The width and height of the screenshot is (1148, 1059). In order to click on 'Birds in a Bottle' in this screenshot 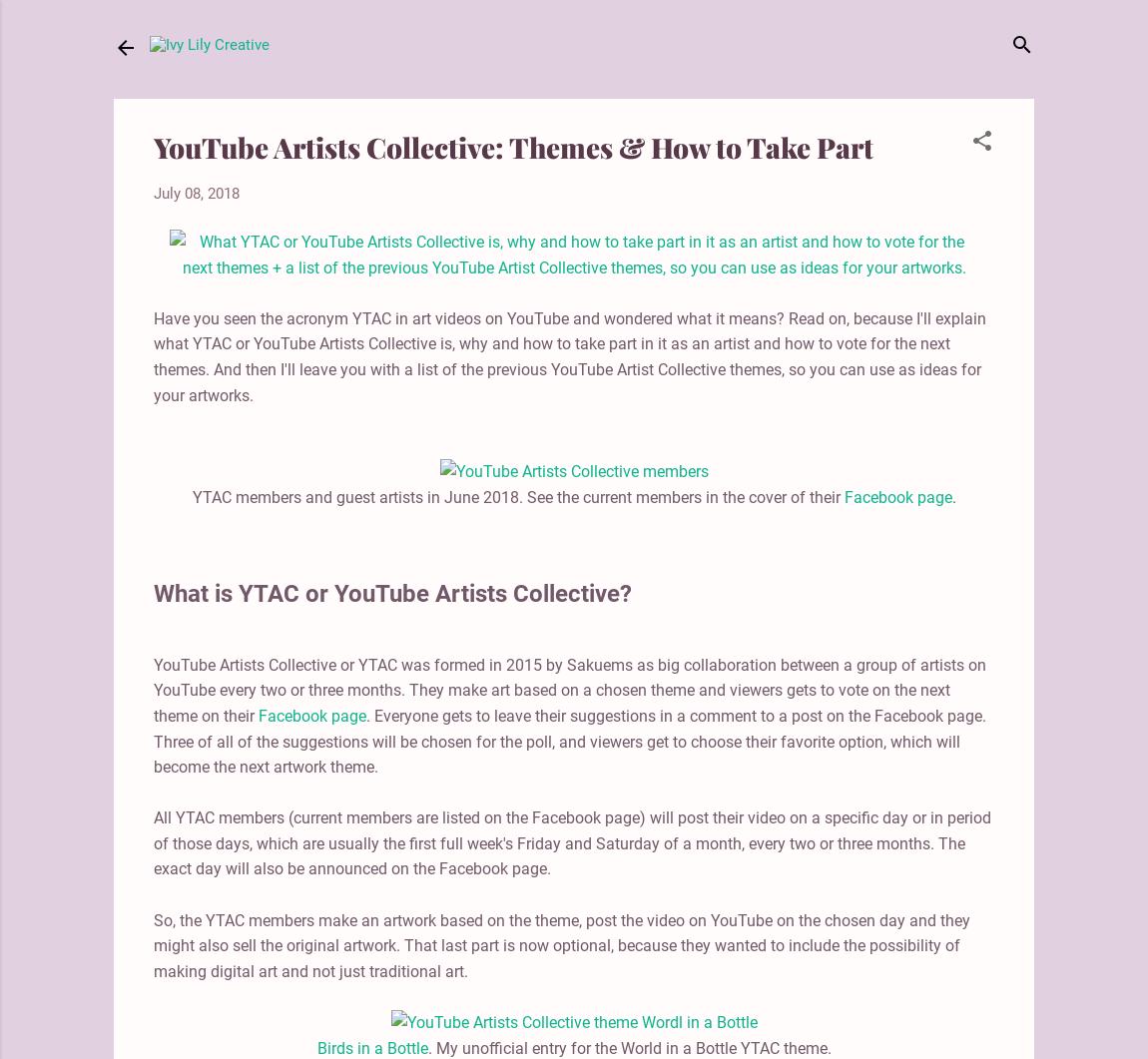, I will do `click(371, 1046)`.